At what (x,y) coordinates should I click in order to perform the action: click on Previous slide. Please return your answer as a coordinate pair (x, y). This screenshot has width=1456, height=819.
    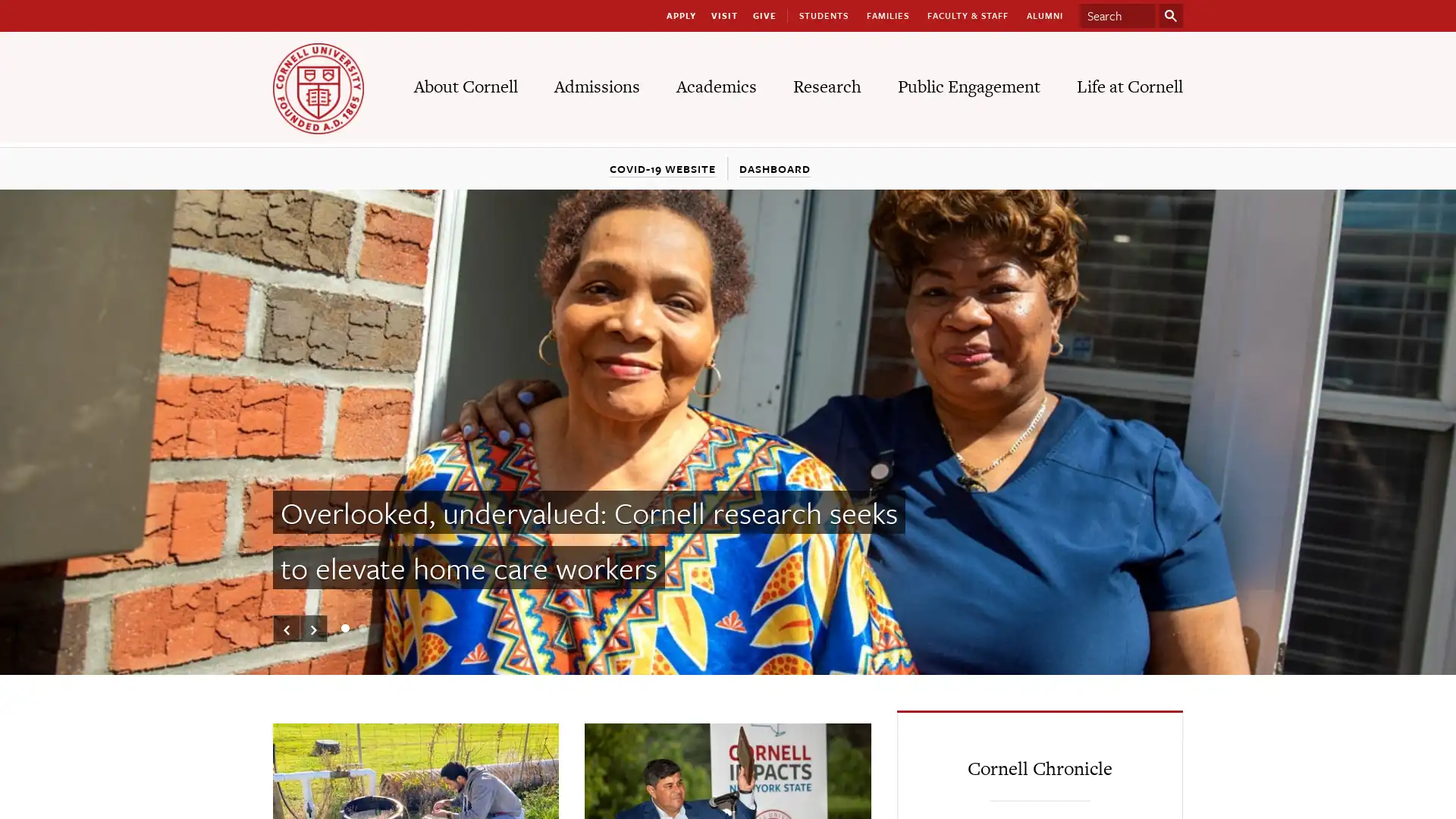
    Looking at the image, I should click on (287, 629).